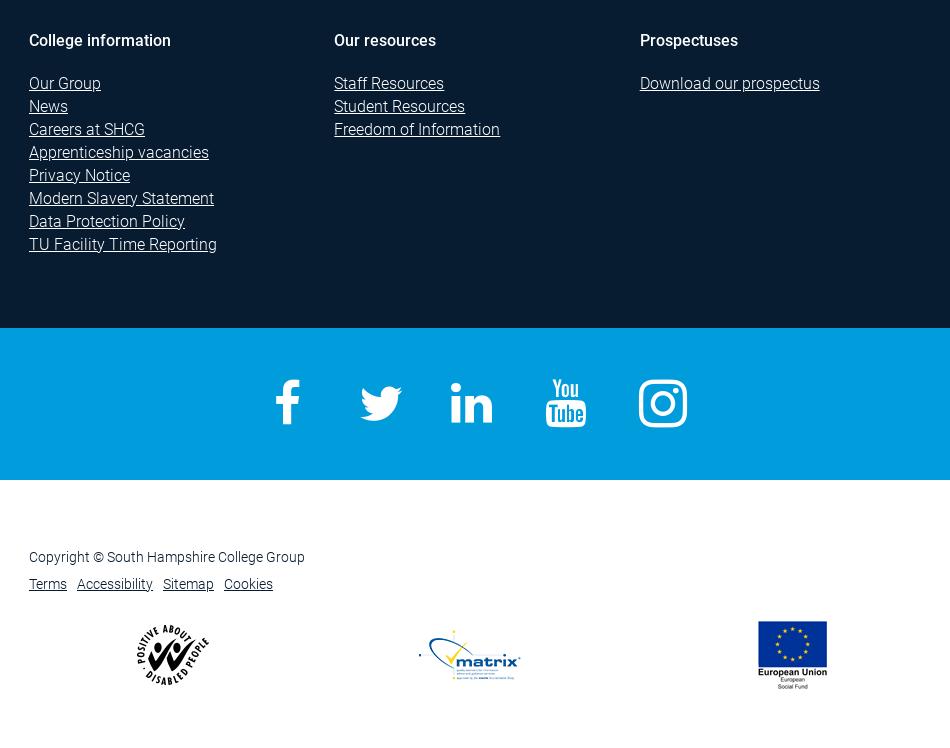  Describe the element at coordinates (167, 556) in the screenshot. I see `'Copyright © South Hampshire College Group'` at that location.